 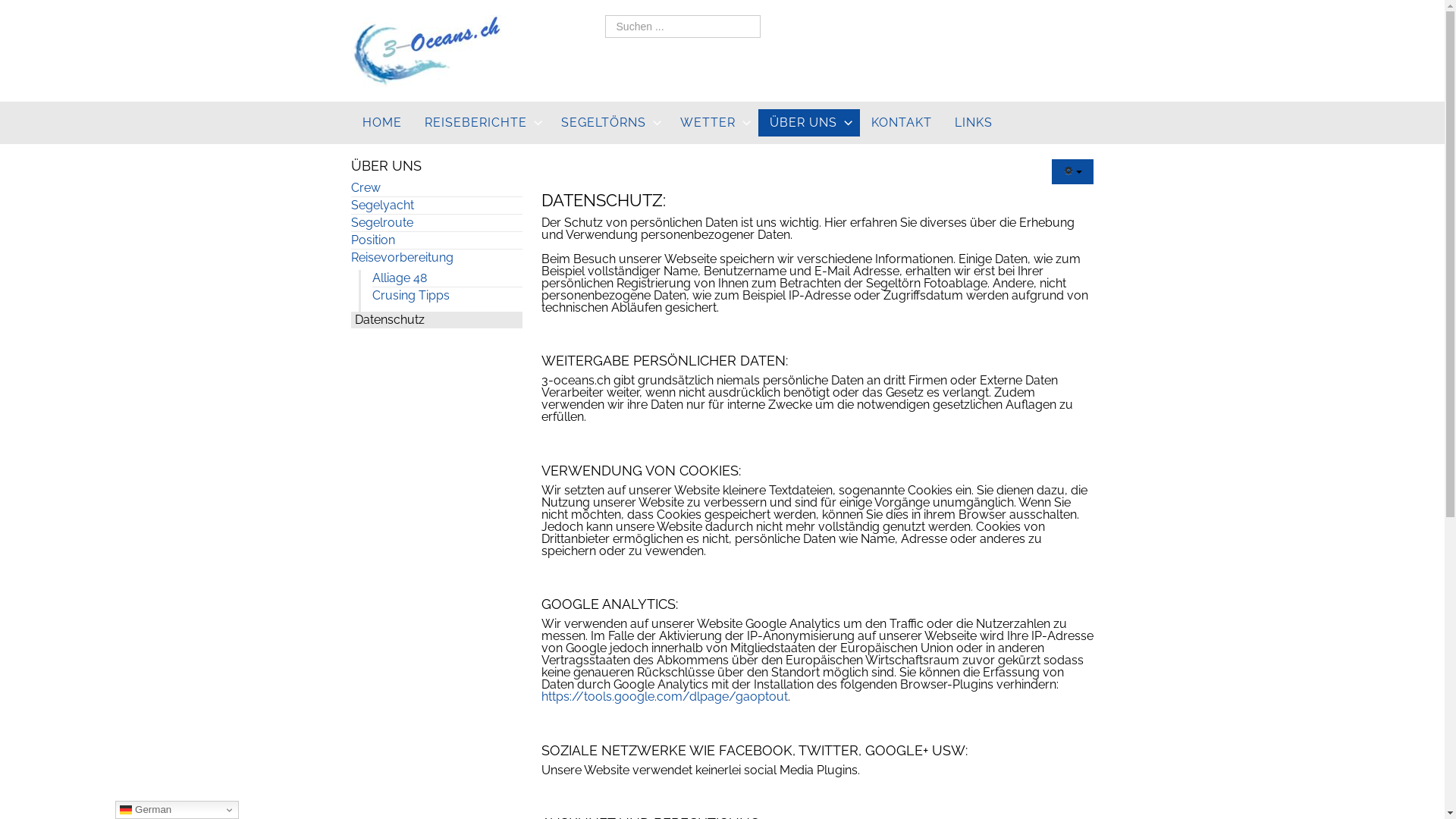 What do you see at coordinates (446, 295) in the screenshot?
I see `'Crusing Tipps'` at bounding box center [446, 295].